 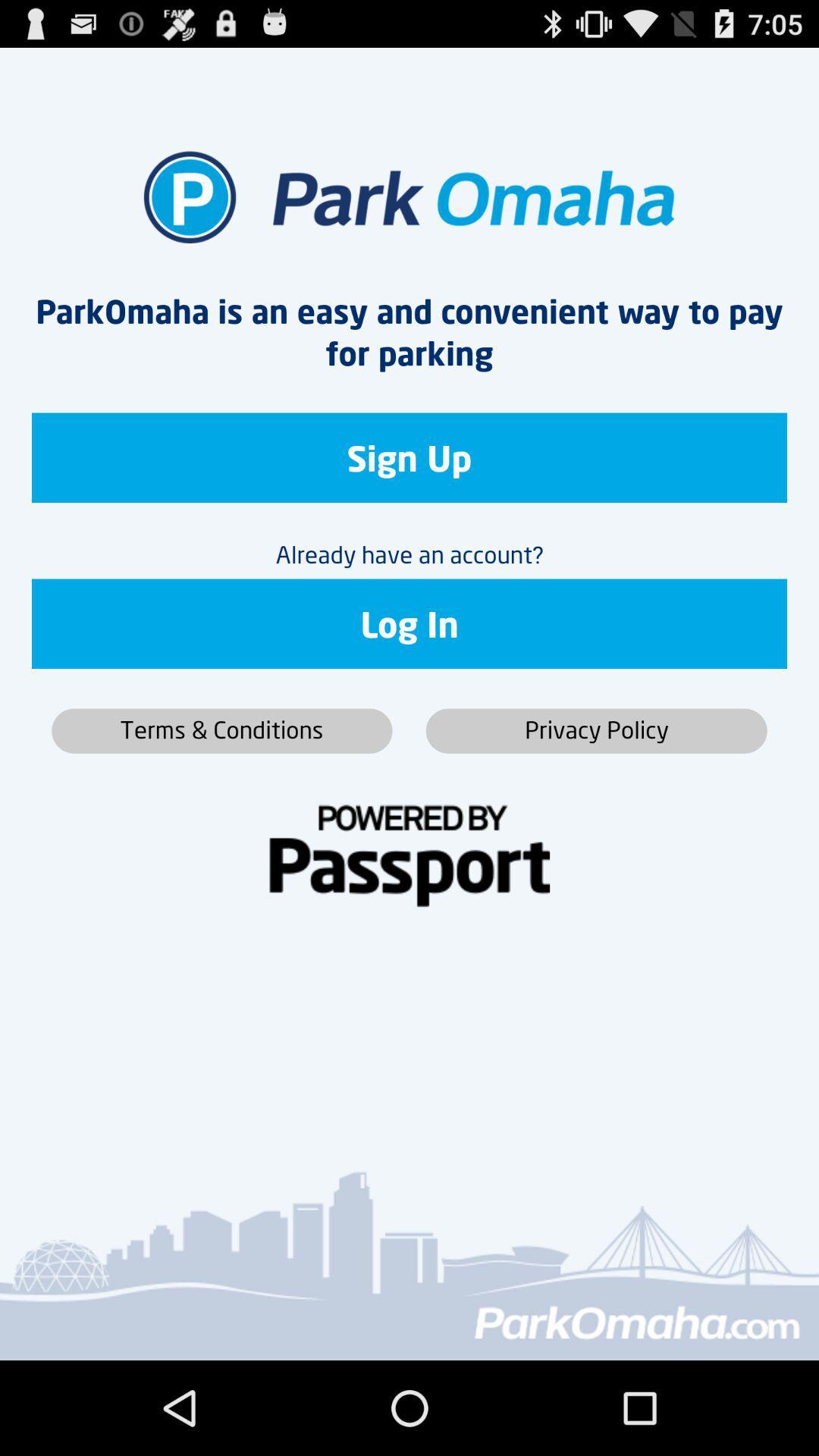 What do you see at coordinates (409, 457) in the screenshot?
I see `the icon below the parkomaha is an icon` at bounding box center [409, 457].